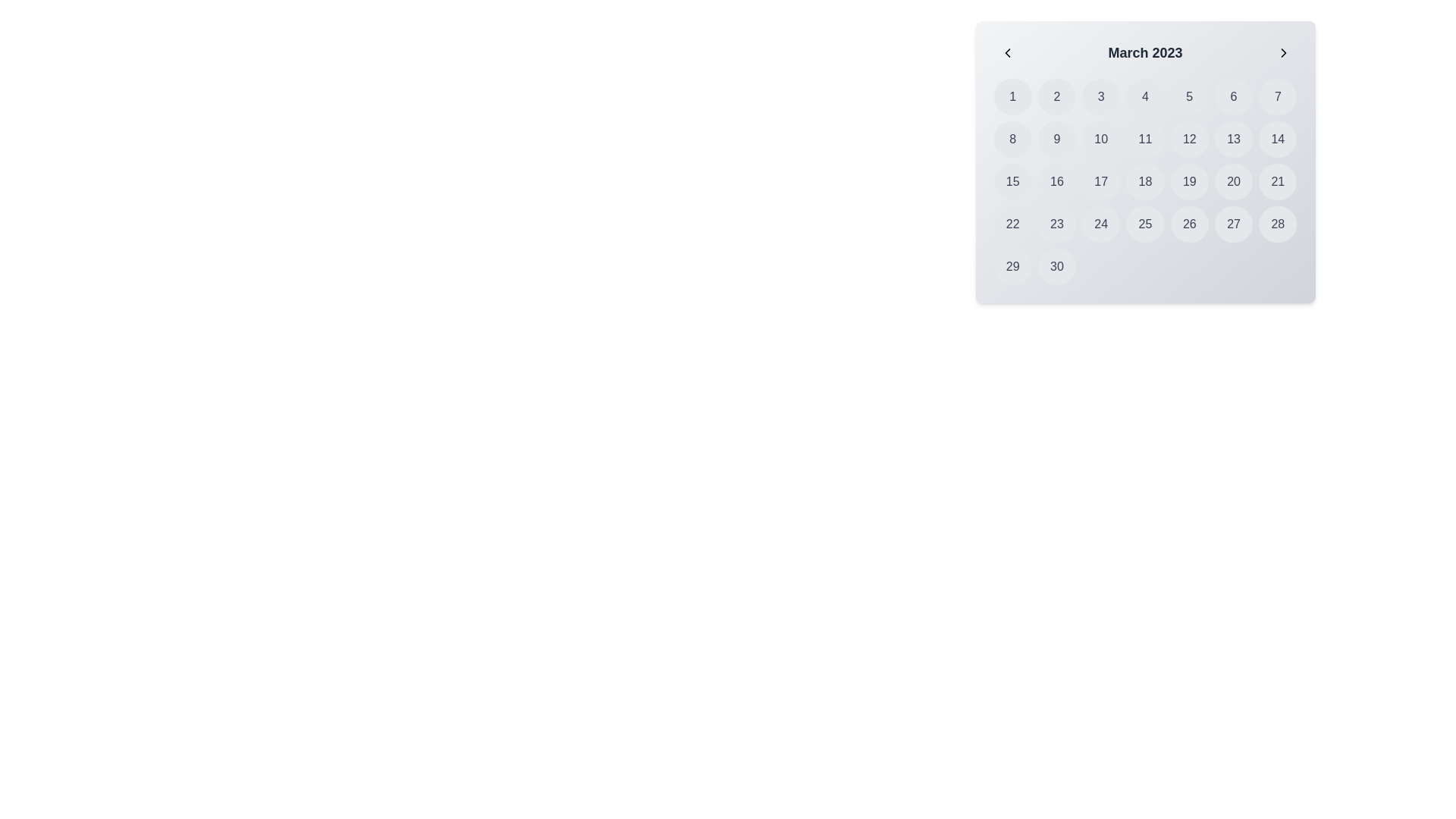  Describe the element at coordinates (1056, 265) in the screenshot. I see `the button representing the date '30' in the March 2023 date grid` at that location.